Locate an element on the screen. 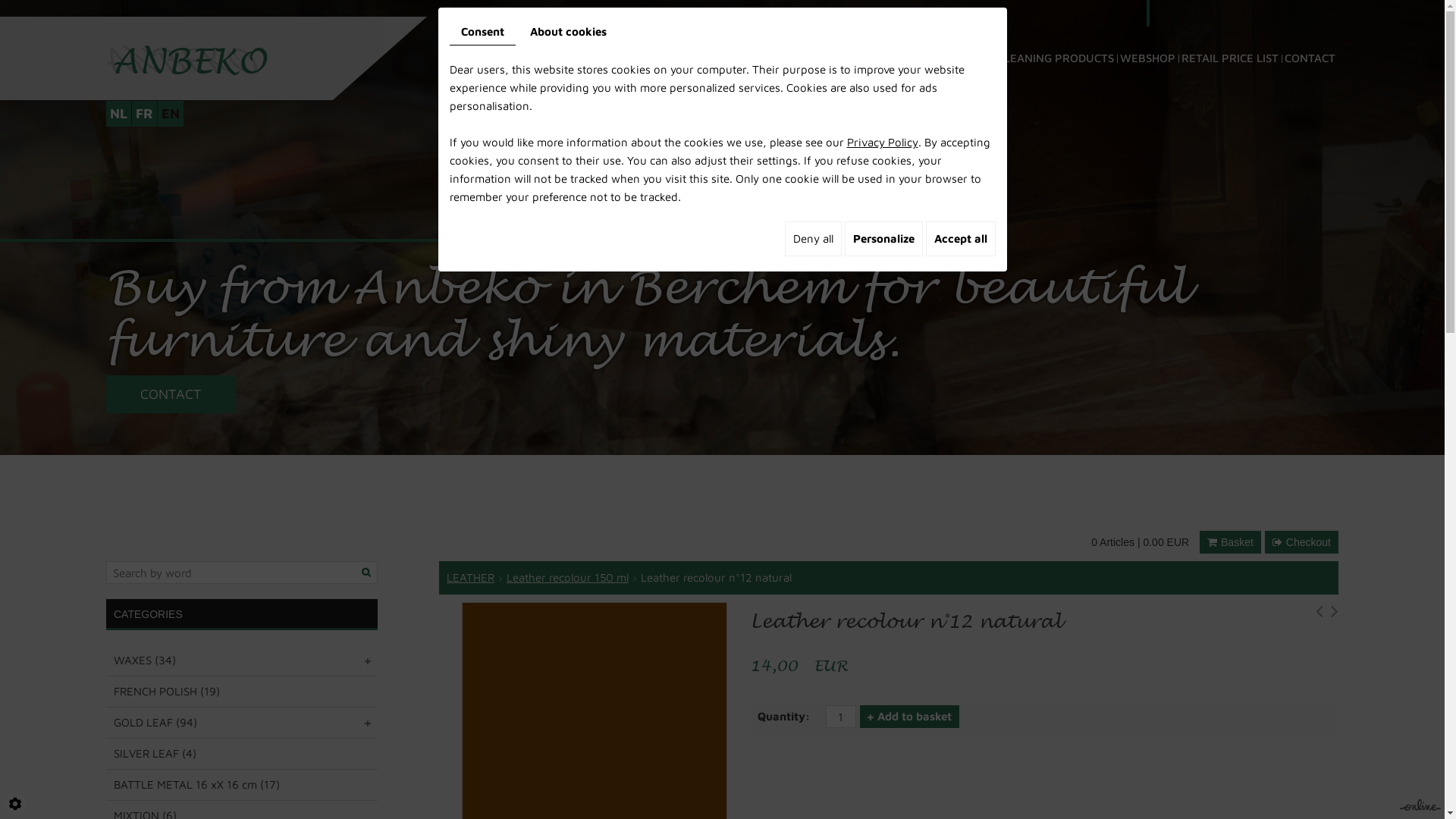 The image size is (1456, 819). 'WEBSHOP' is located at coordinates (1147, 36).